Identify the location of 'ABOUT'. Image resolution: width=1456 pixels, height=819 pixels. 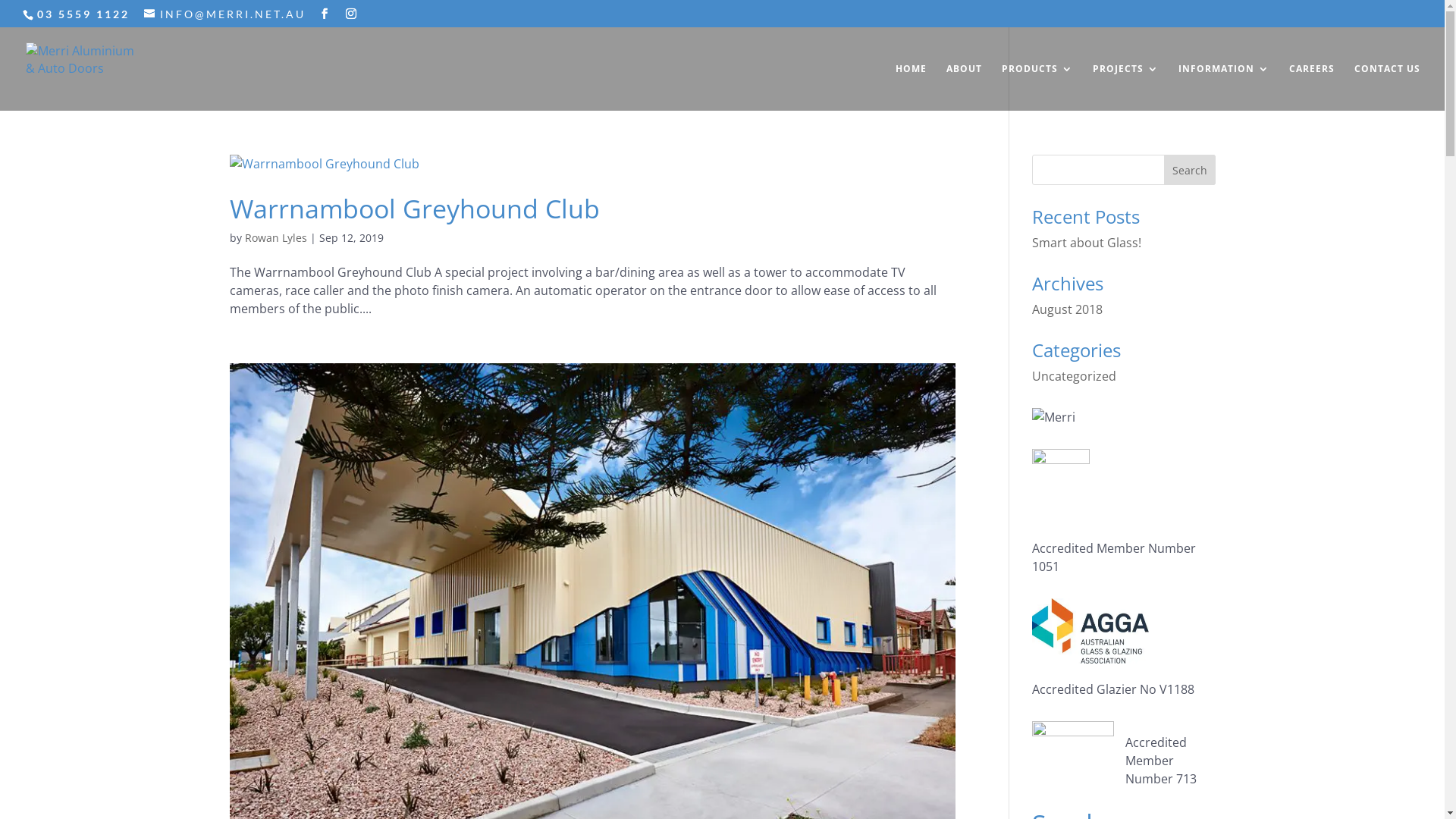
(963, 87).